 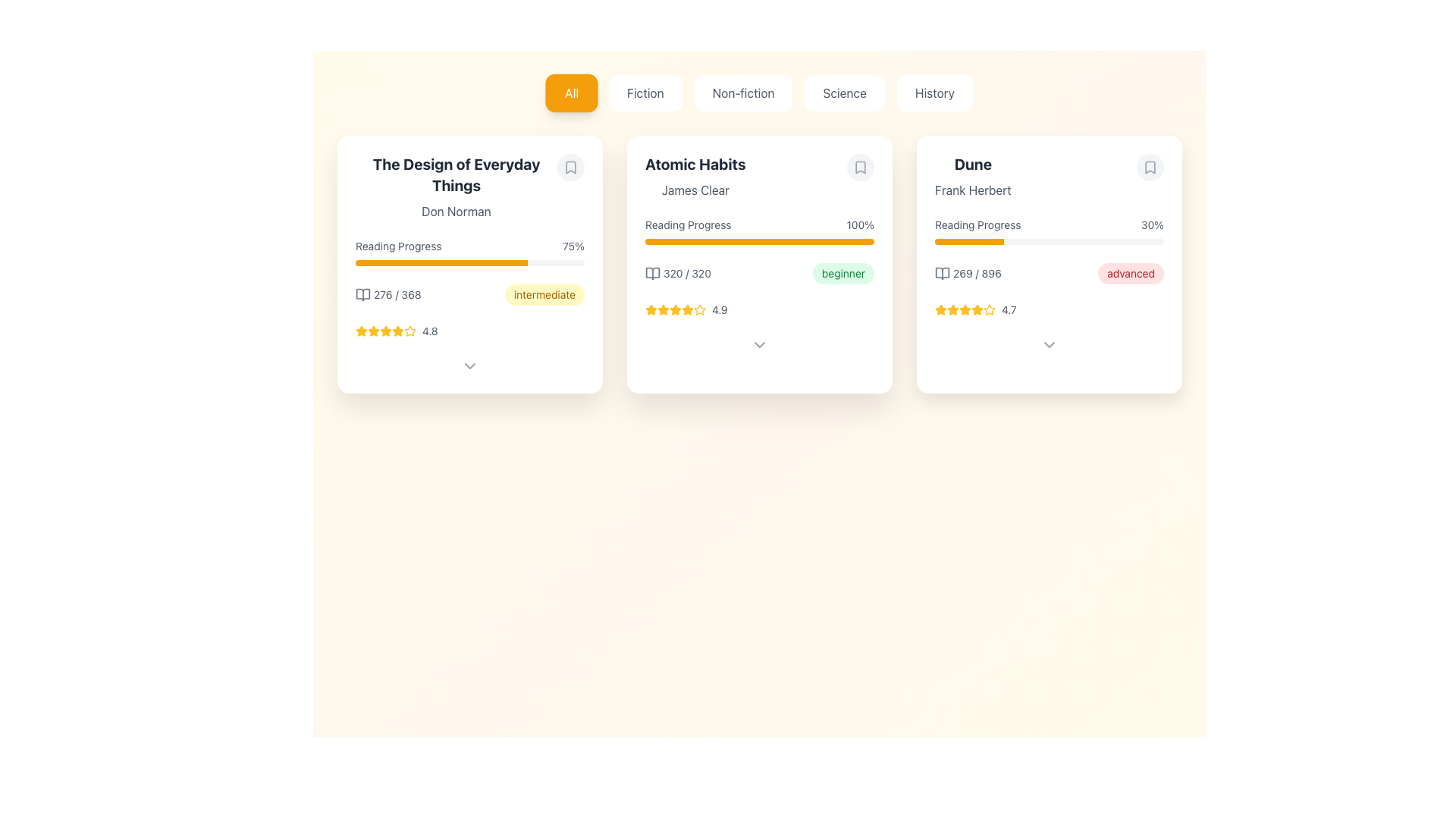 I want to click on the Rating display element for 'The Design of Everyday Things', which includes star icons and a numeric rating value of '4.8', located below the 'intermediate' level indicator, so click(x=469, y=330).